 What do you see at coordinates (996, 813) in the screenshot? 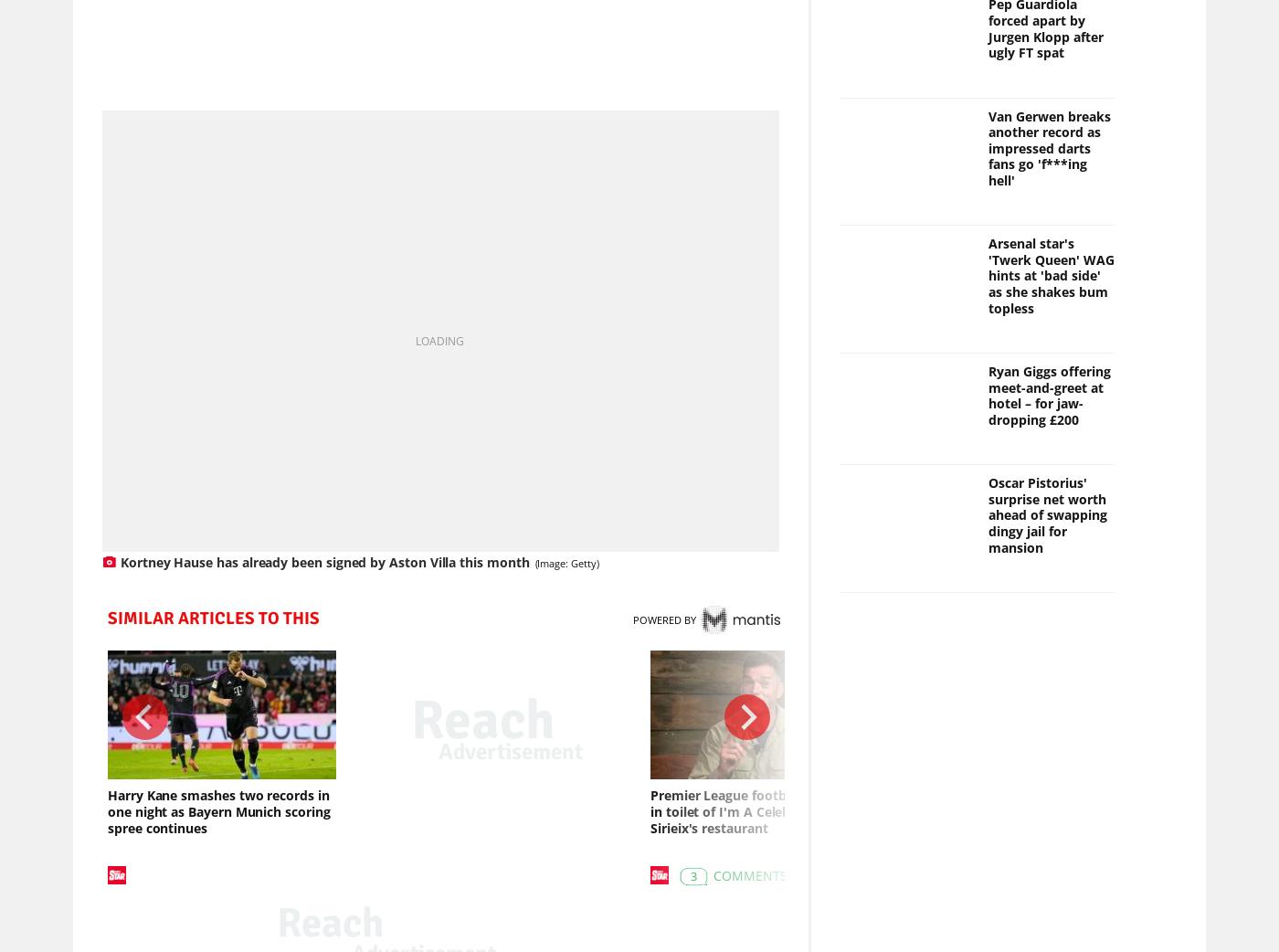
I see `'Pep Guardiola's bizarre pronunciation of Liverpool star dubbed 'absolutely mental''` at bounding box center [996, 813].